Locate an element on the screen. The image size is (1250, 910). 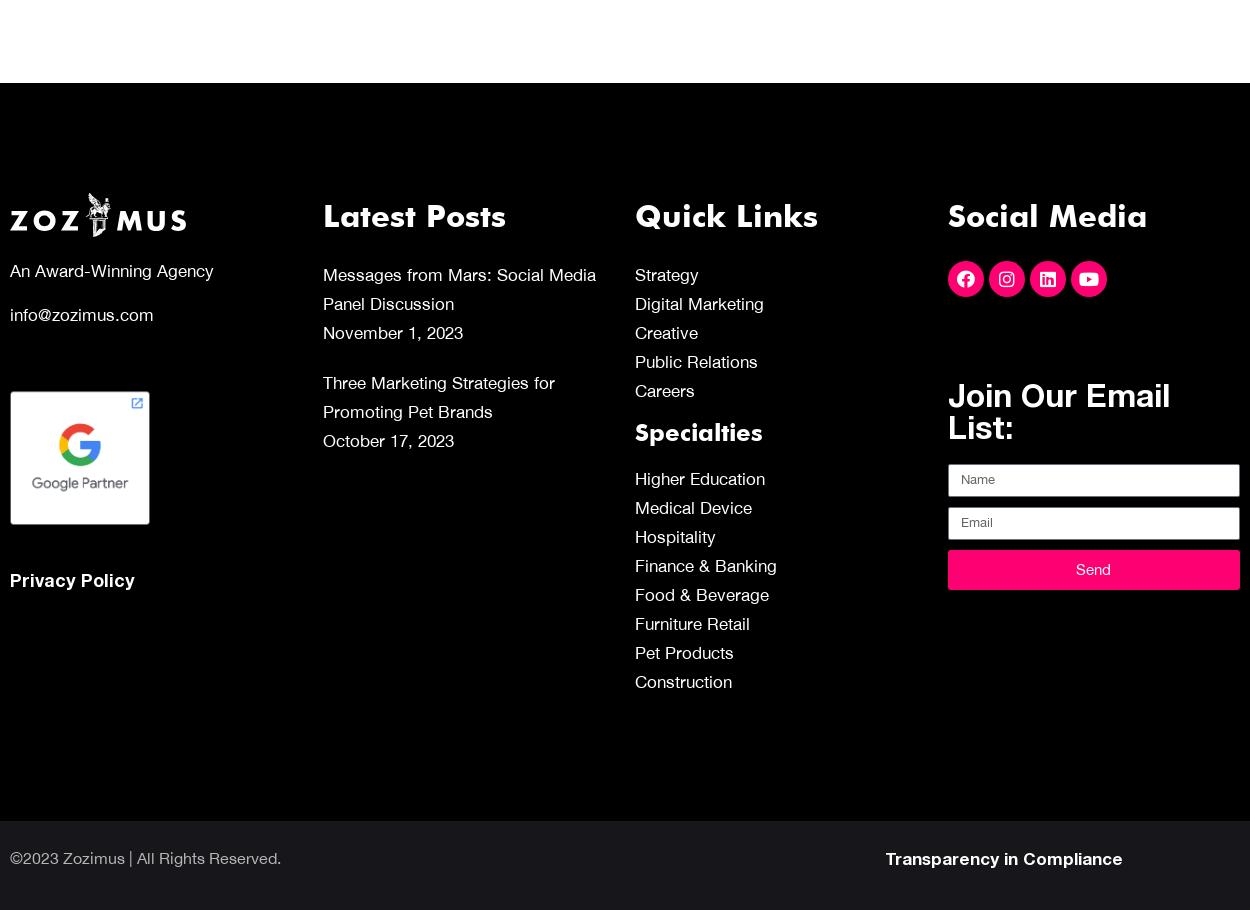
'Pet Products' is located at coordinates (684, 652).